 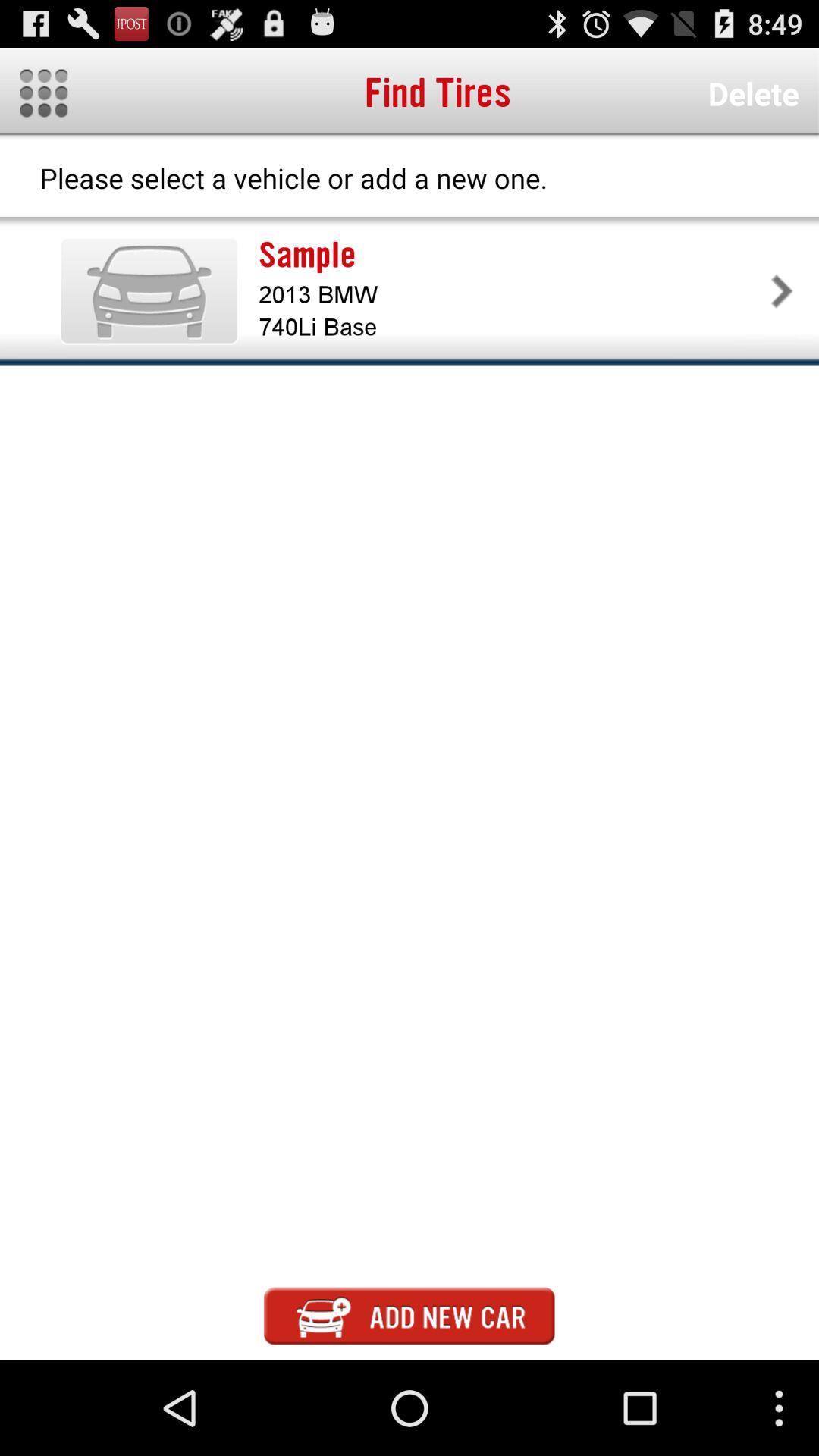 What do you see at coordinates (409, 1315) in the screenshot?
I see `new car option` at bounding box center [409, 1315].